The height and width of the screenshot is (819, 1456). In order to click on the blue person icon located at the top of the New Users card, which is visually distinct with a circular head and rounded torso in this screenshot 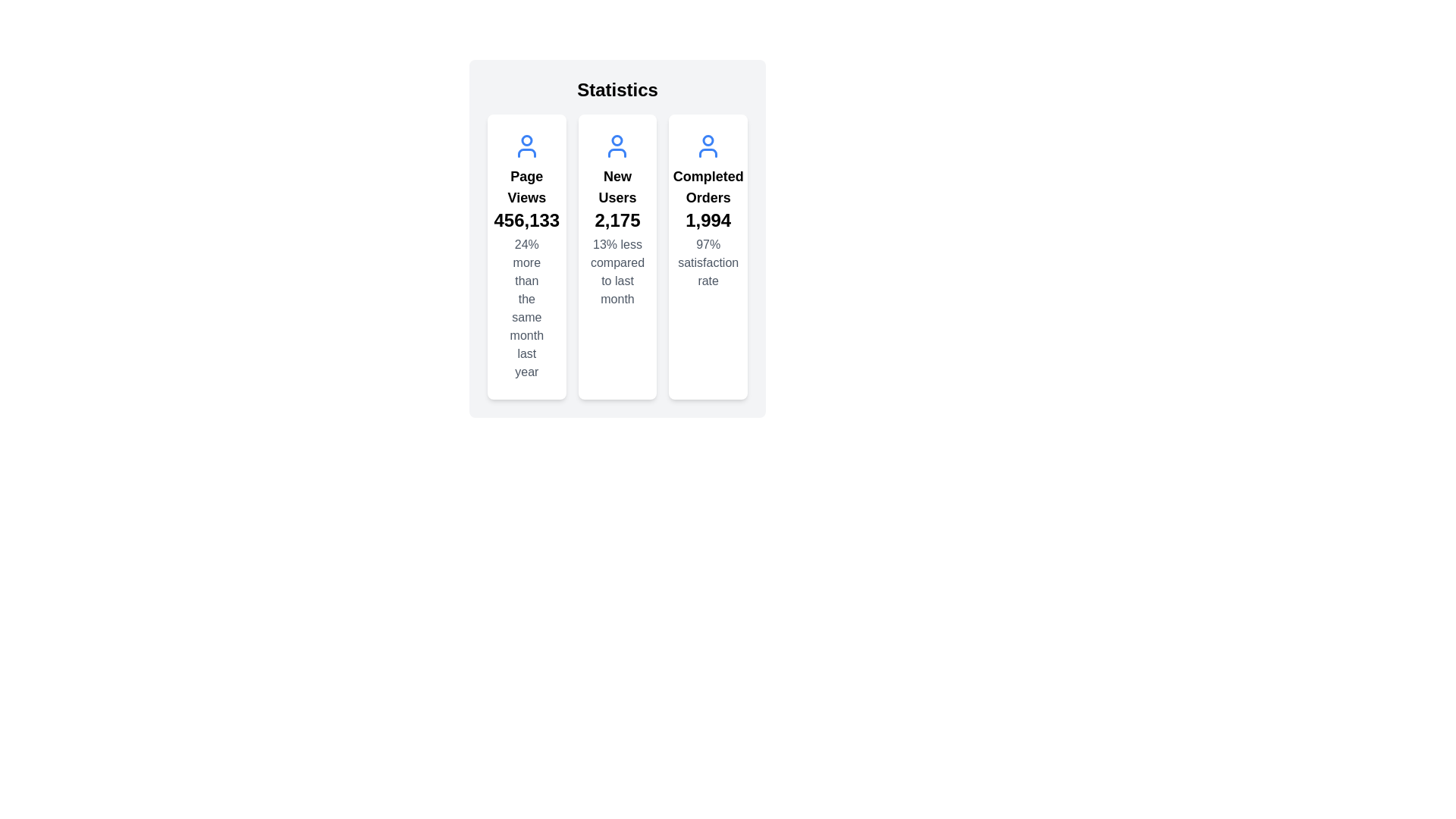, I will do `click(617, 146)`.